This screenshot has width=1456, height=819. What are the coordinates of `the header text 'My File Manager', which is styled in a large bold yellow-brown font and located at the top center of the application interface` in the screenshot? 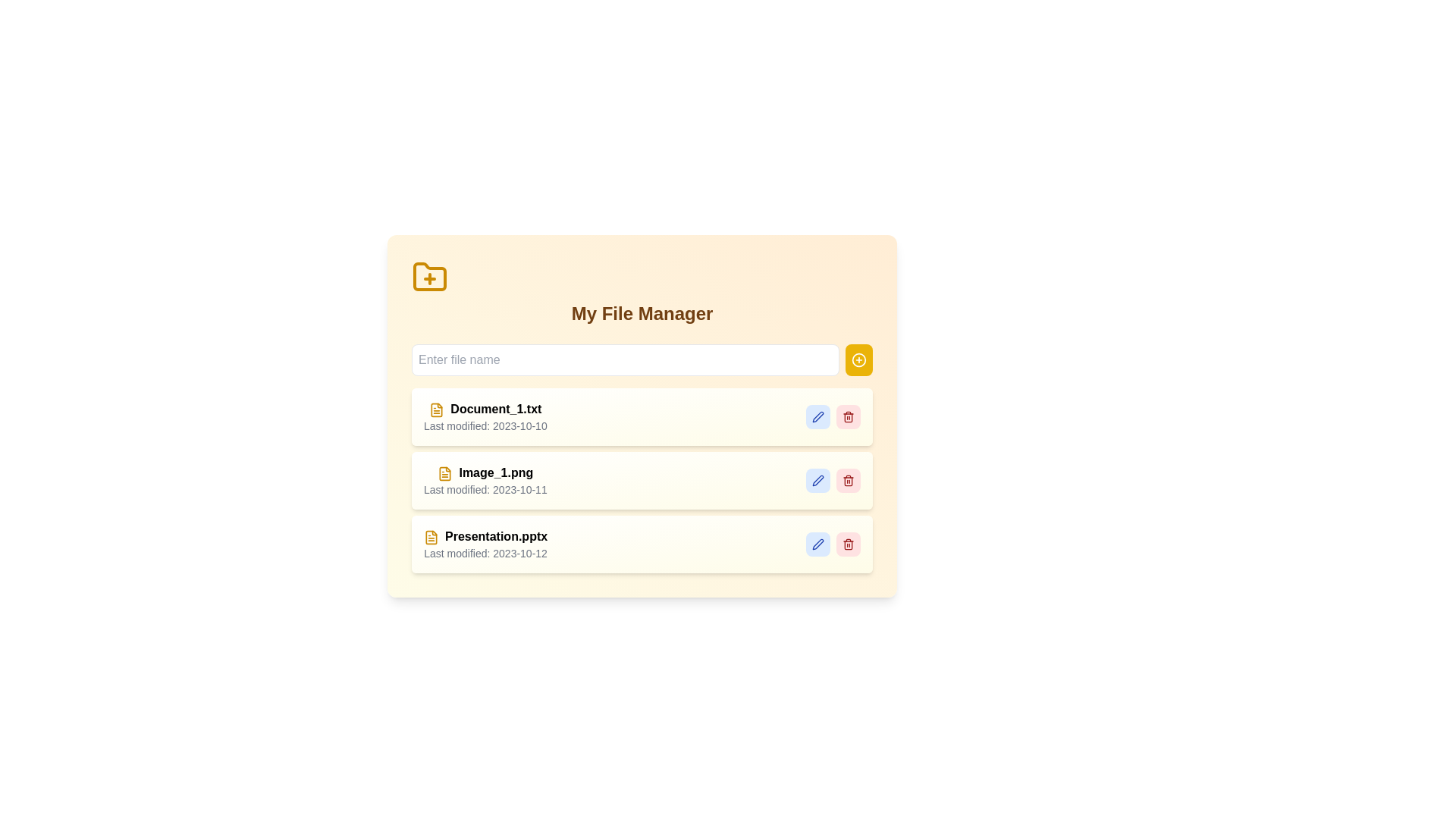 It's located at (642, 312).